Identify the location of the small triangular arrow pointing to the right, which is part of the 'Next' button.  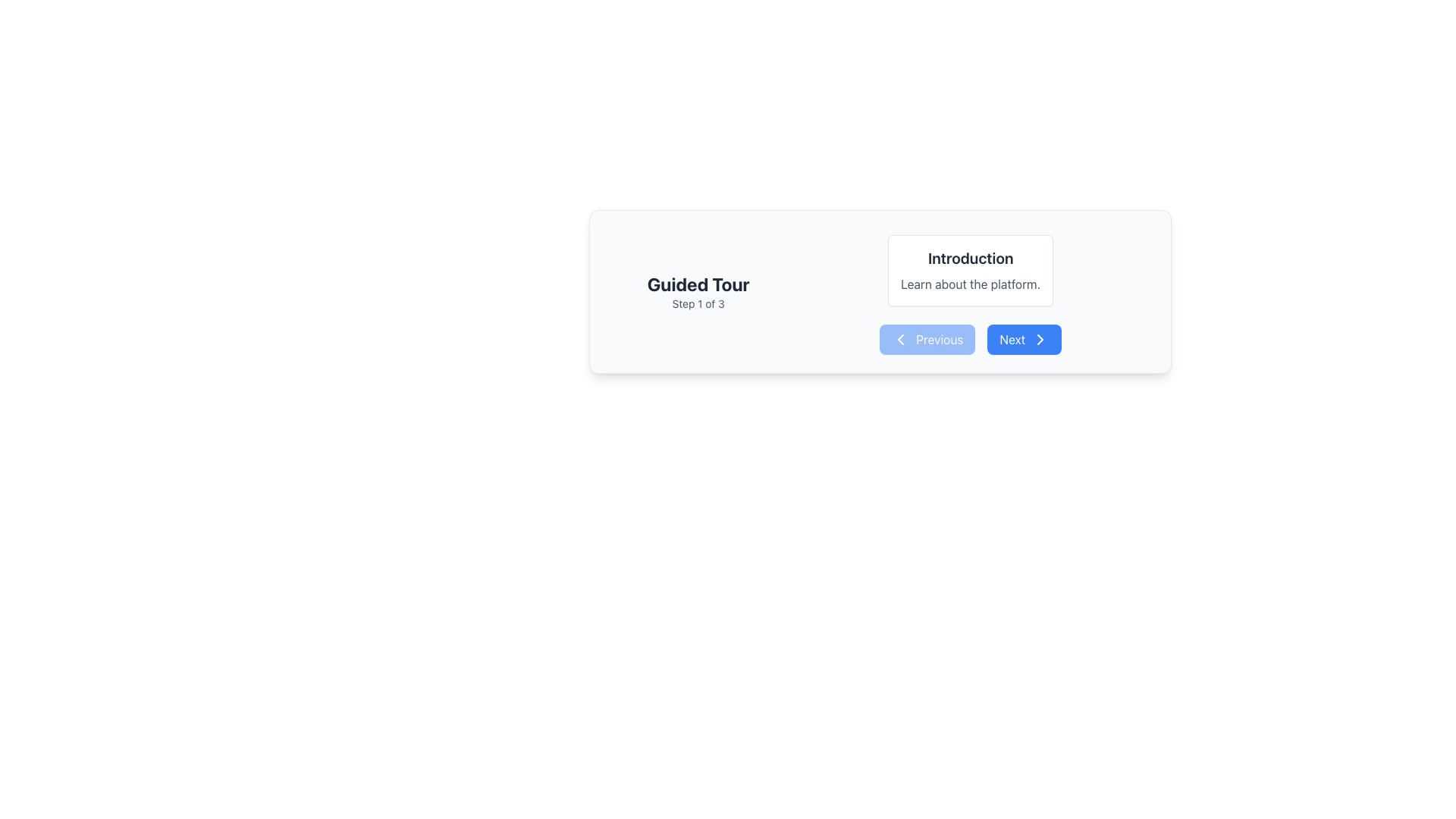
(1040, 338).